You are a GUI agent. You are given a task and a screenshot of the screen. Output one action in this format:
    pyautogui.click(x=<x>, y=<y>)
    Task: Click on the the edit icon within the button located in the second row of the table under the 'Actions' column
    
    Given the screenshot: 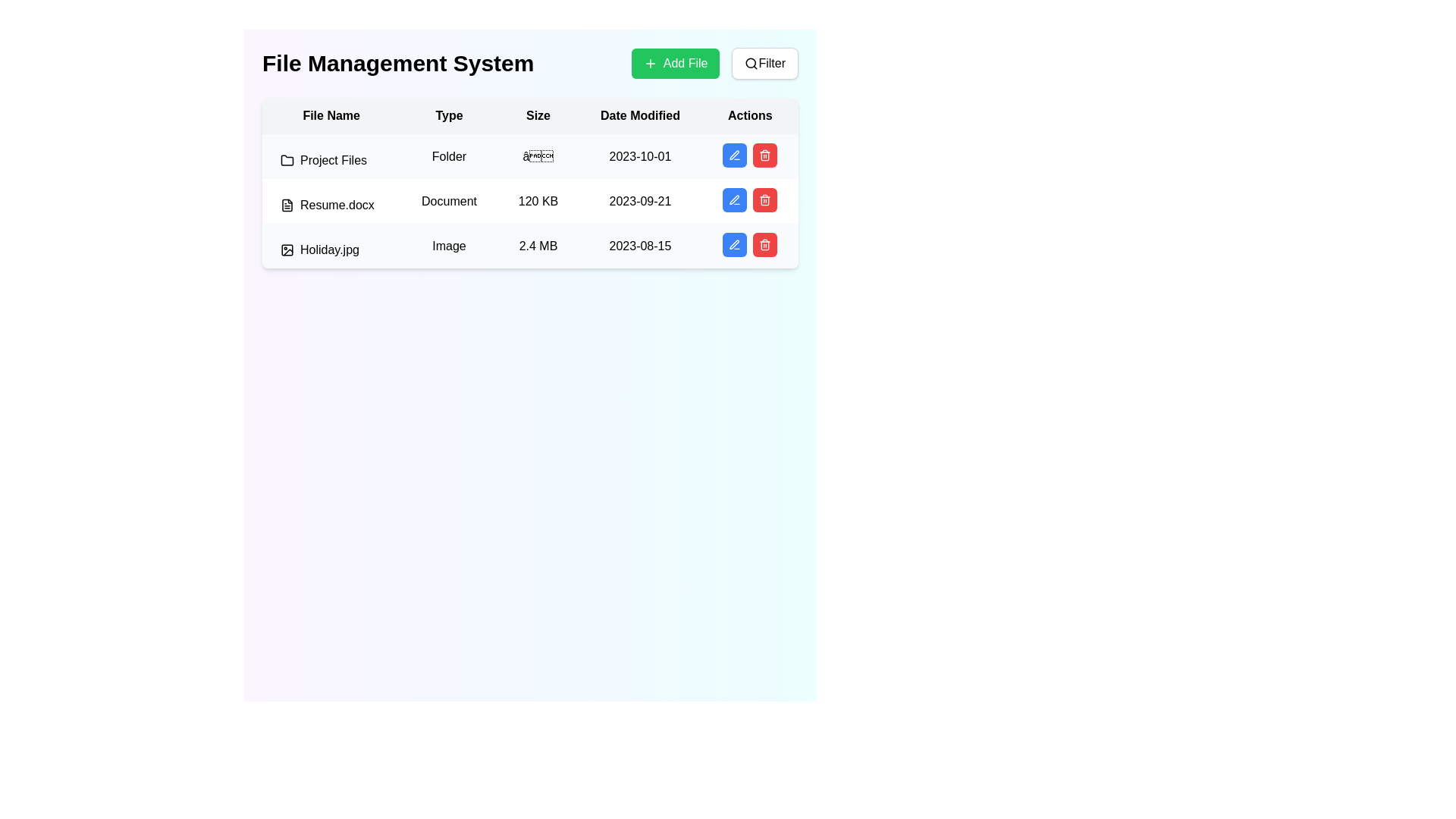 What is the action you would take?
    pyautogui.click(x=735, y=155)
    